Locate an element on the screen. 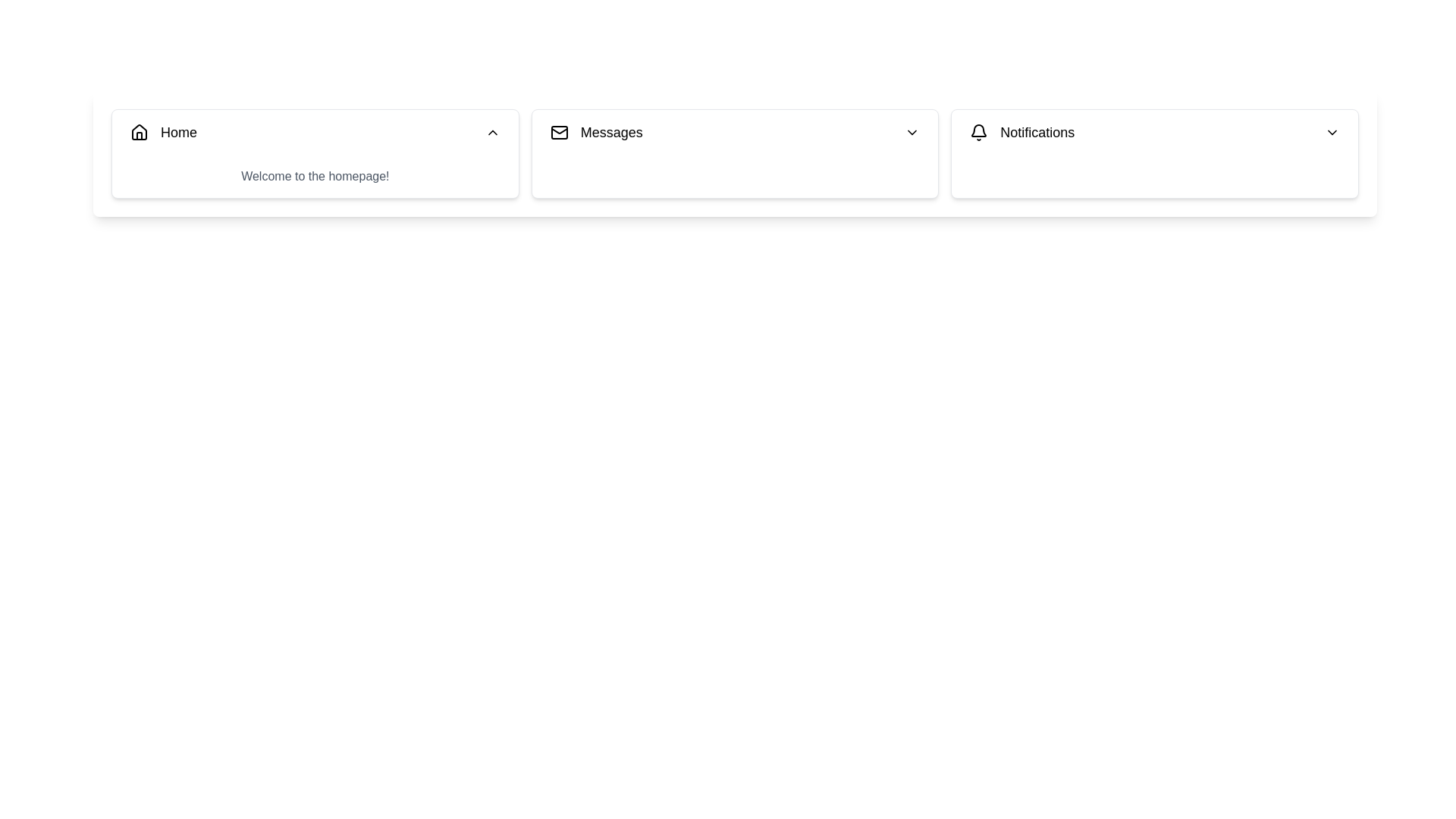  the downward chevron icon at the right end of the 'Messages' section is located at coordinates (912, 131).